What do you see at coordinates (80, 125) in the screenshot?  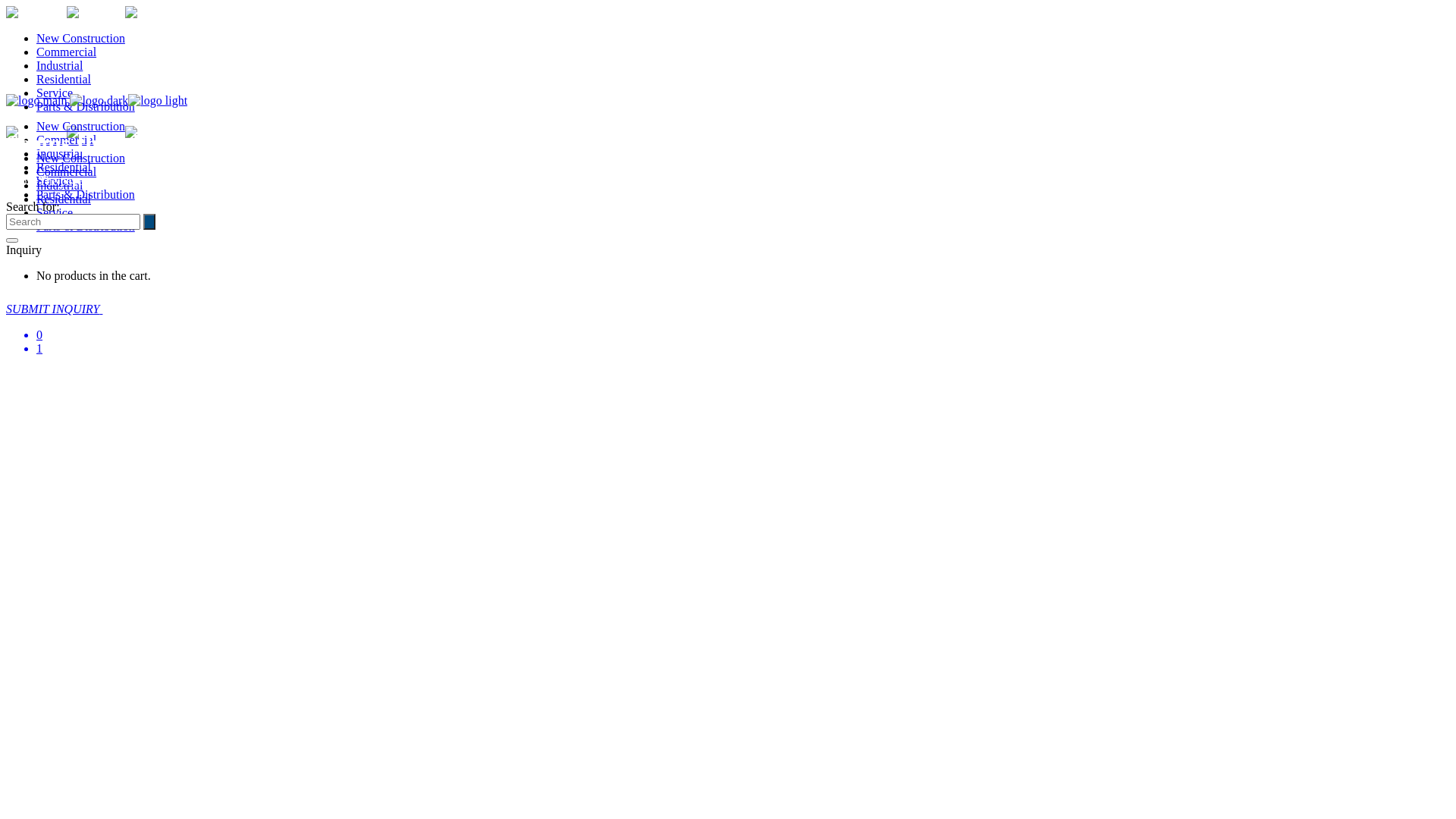 I see `'New Construction'` at bounding box center [80, 125].